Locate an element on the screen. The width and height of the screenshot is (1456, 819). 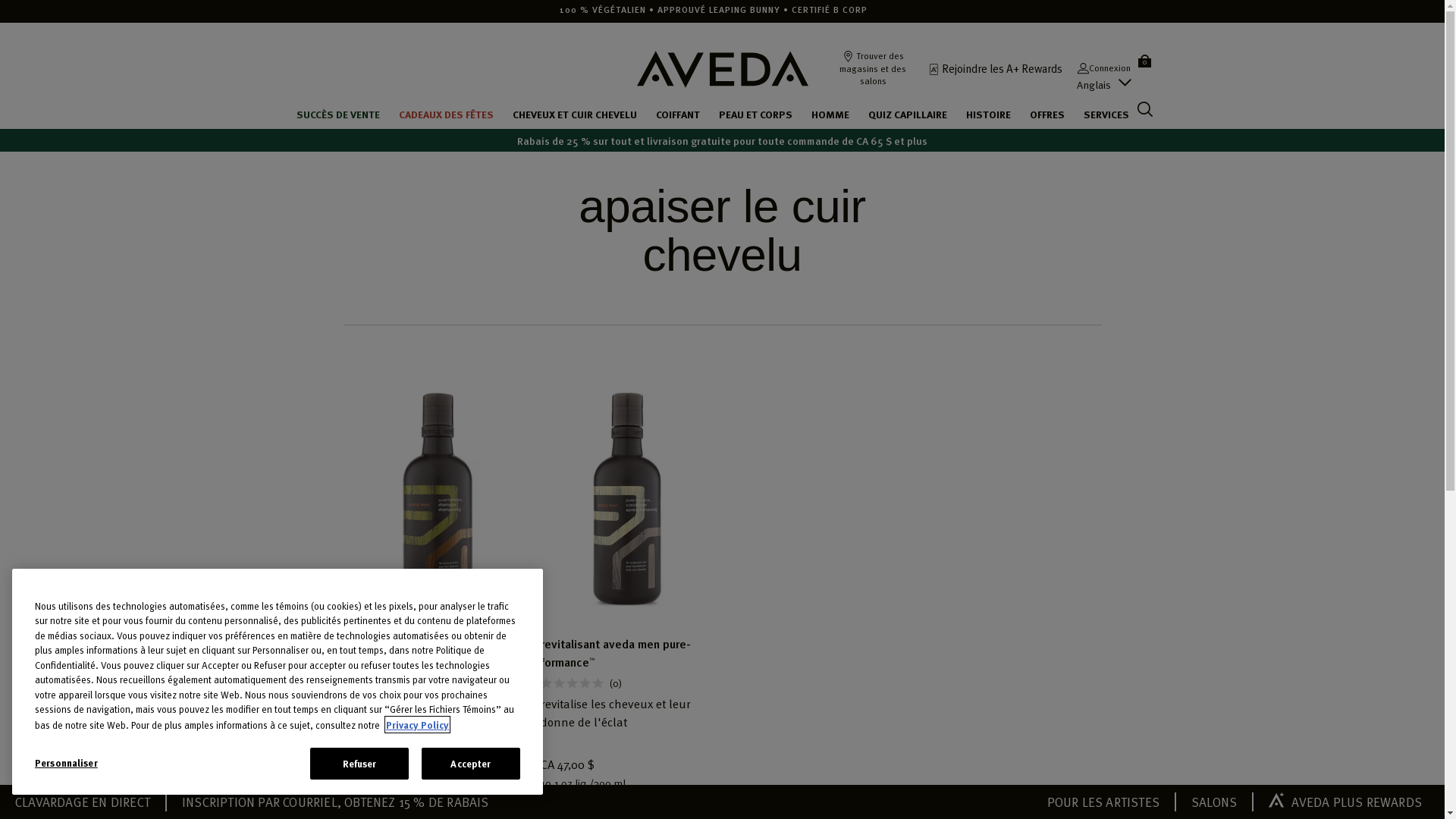
'Rejoindre les A+ Rewards' is located at coordinates (927, 67).